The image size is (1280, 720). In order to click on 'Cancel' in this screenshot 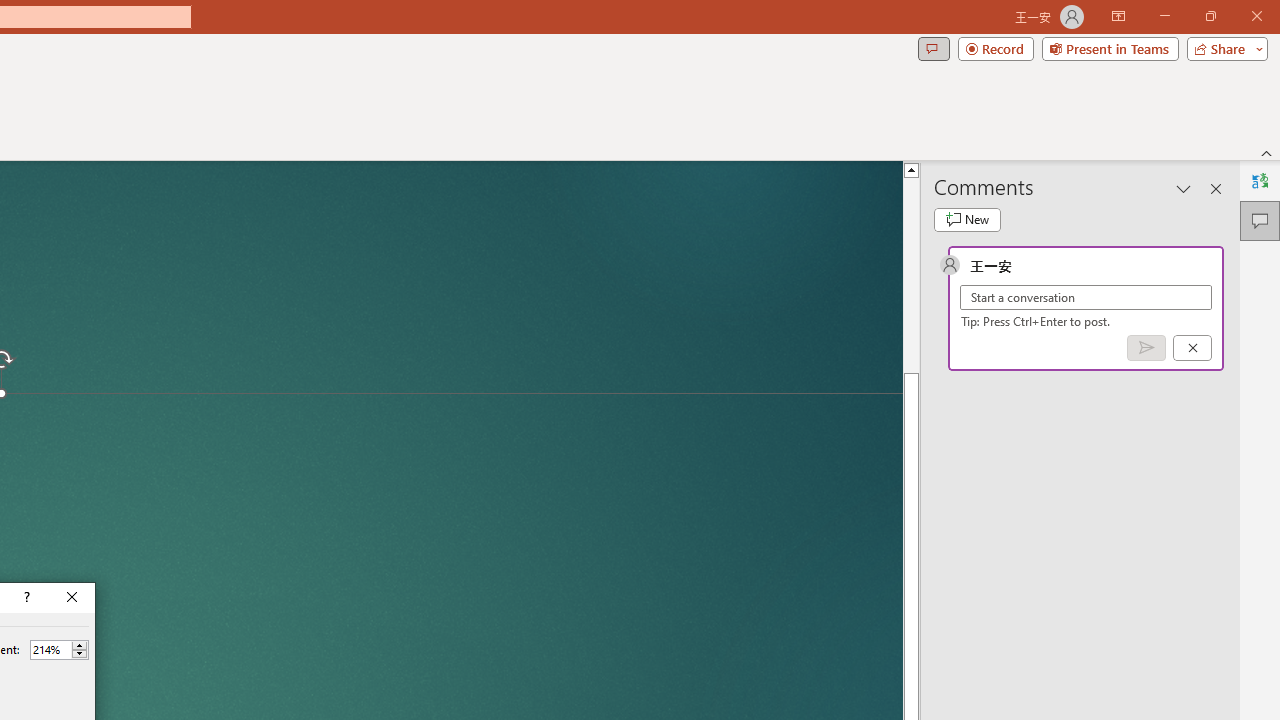, I will do `click(1192, 346)`.